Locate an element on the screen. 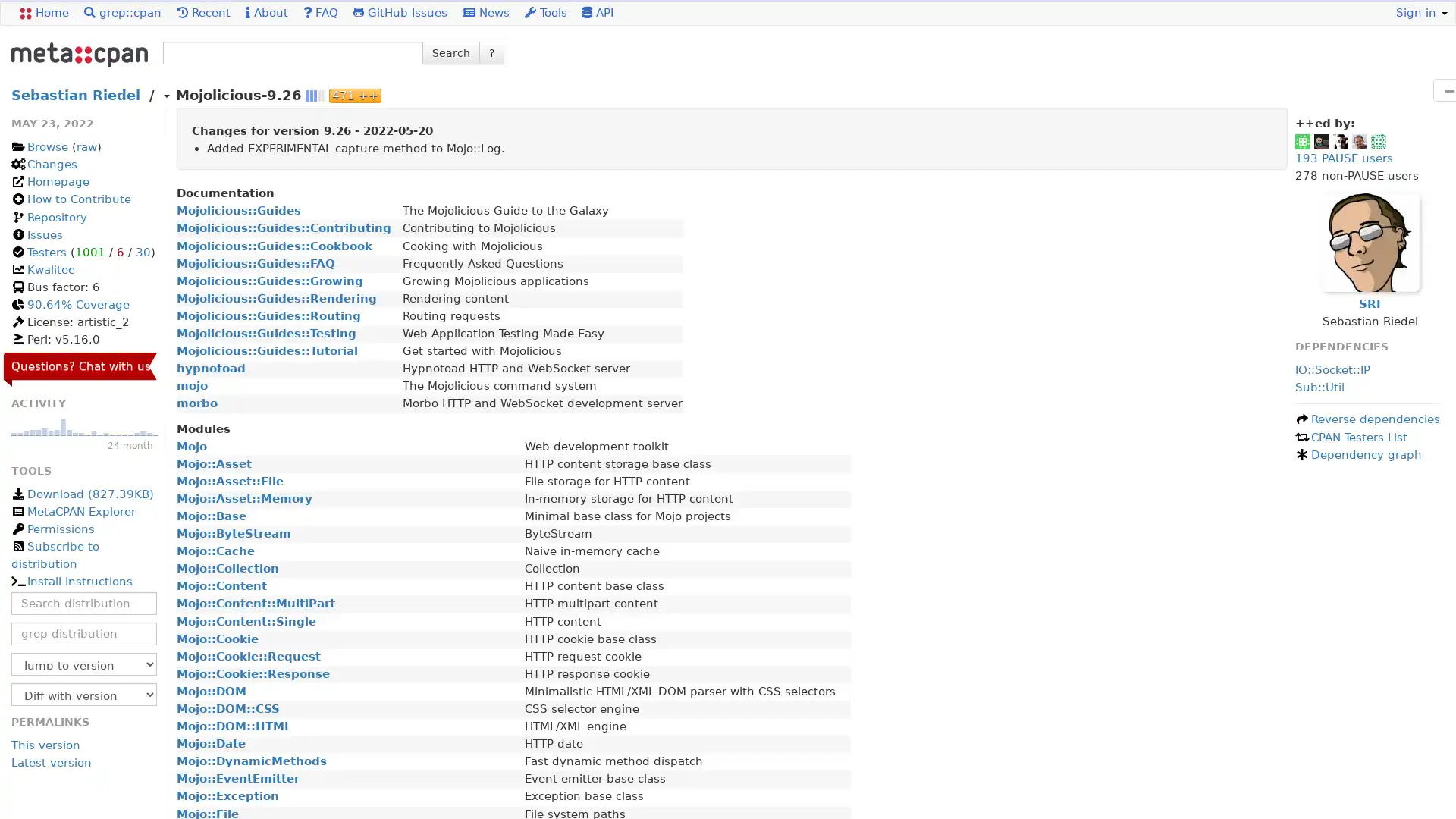 The height and width of the screenshot is (819, 1456). ? is located at coordinates (491, 52).